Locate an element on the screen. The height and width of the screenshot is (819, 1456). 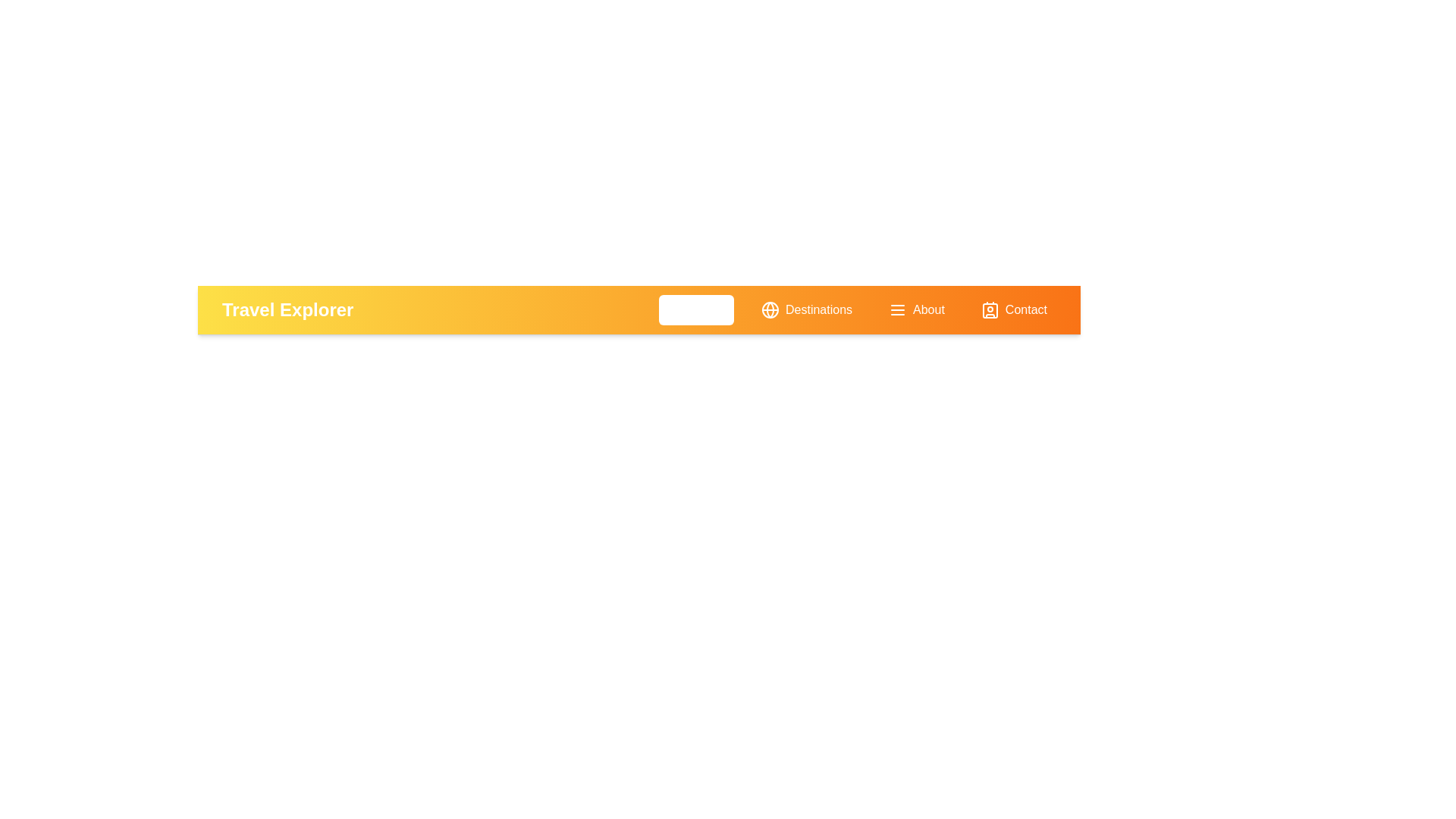
the 'About' section icon in the navigation bar is located at coordinates (898, 309).